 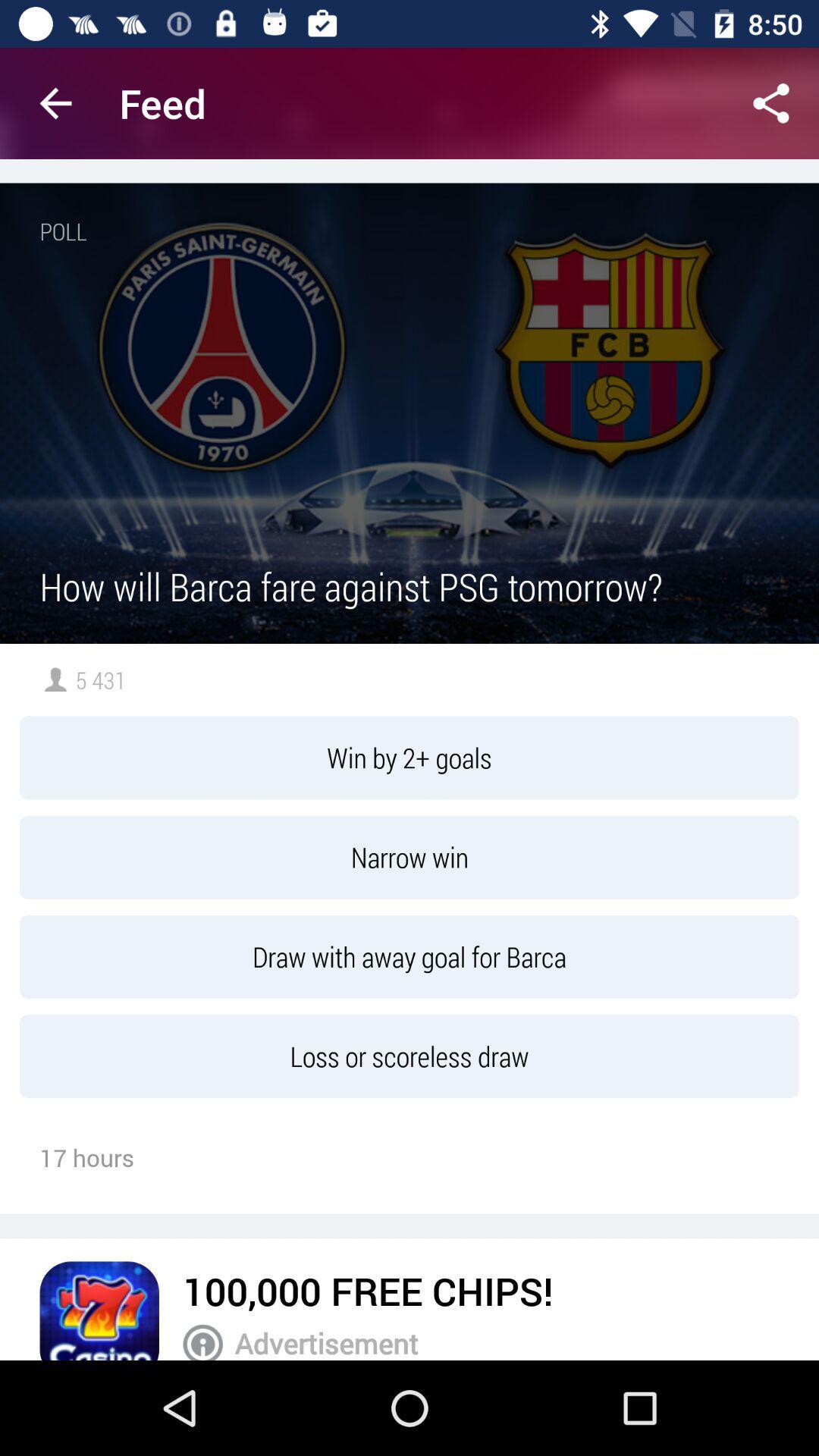 I want to click on item next to the feed app, so click(x=771, y=102).